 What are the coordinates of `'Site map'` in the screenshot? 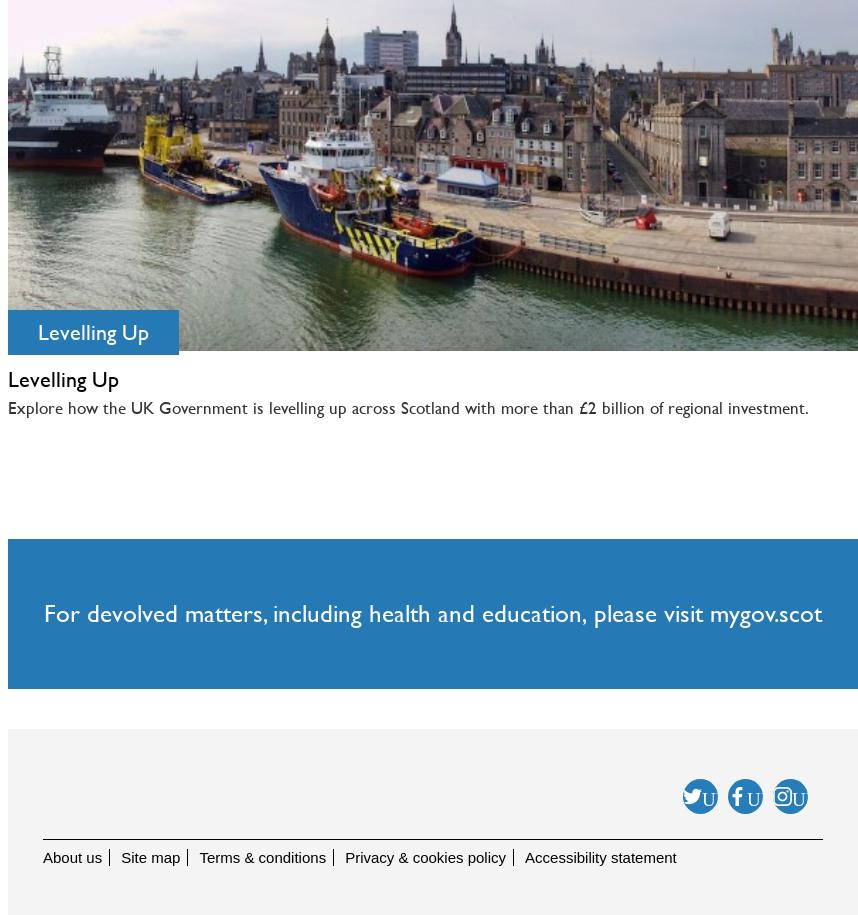 It's located at (149, 857).